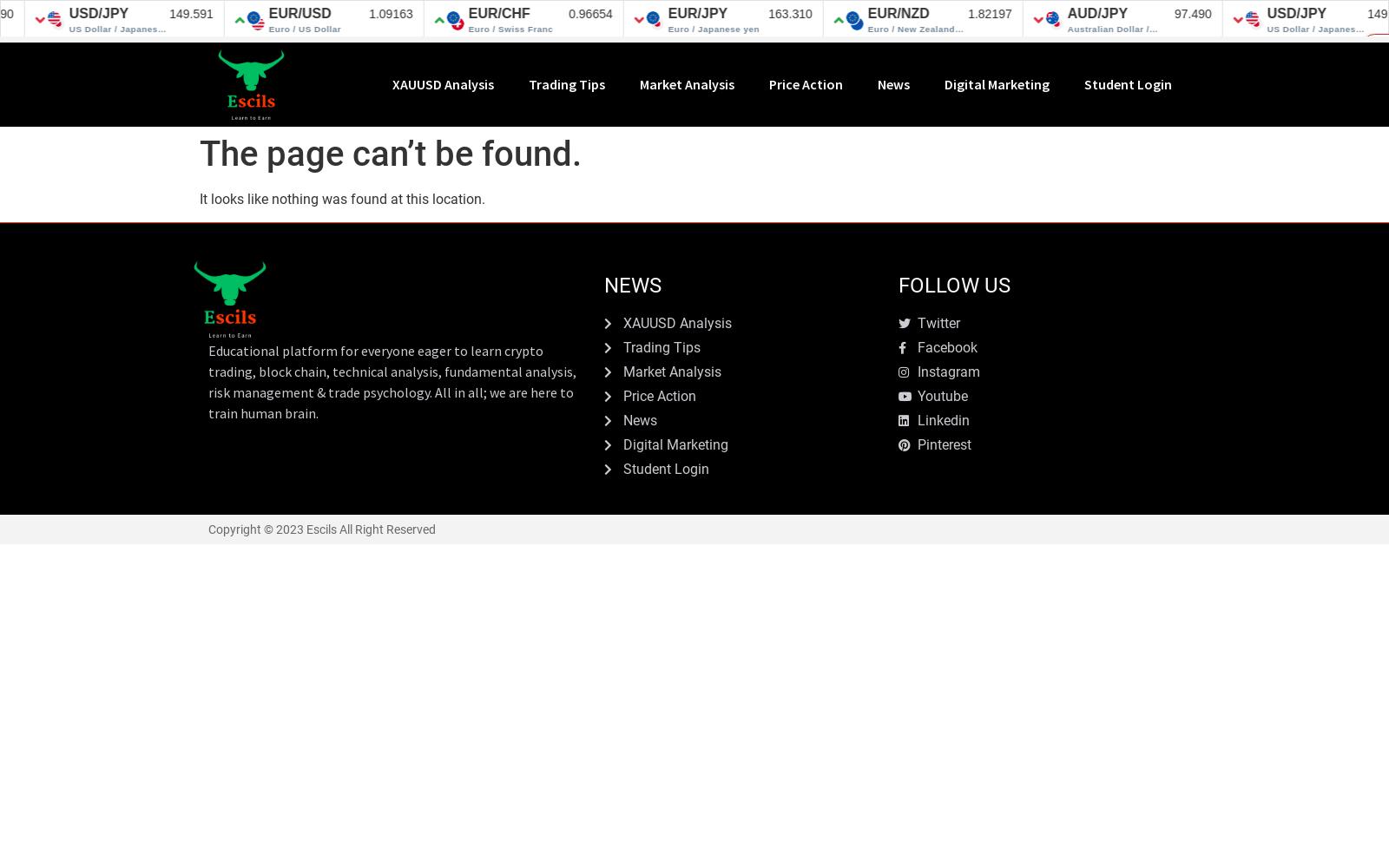  I want to click on 'Pinterest', so click(945, 444).